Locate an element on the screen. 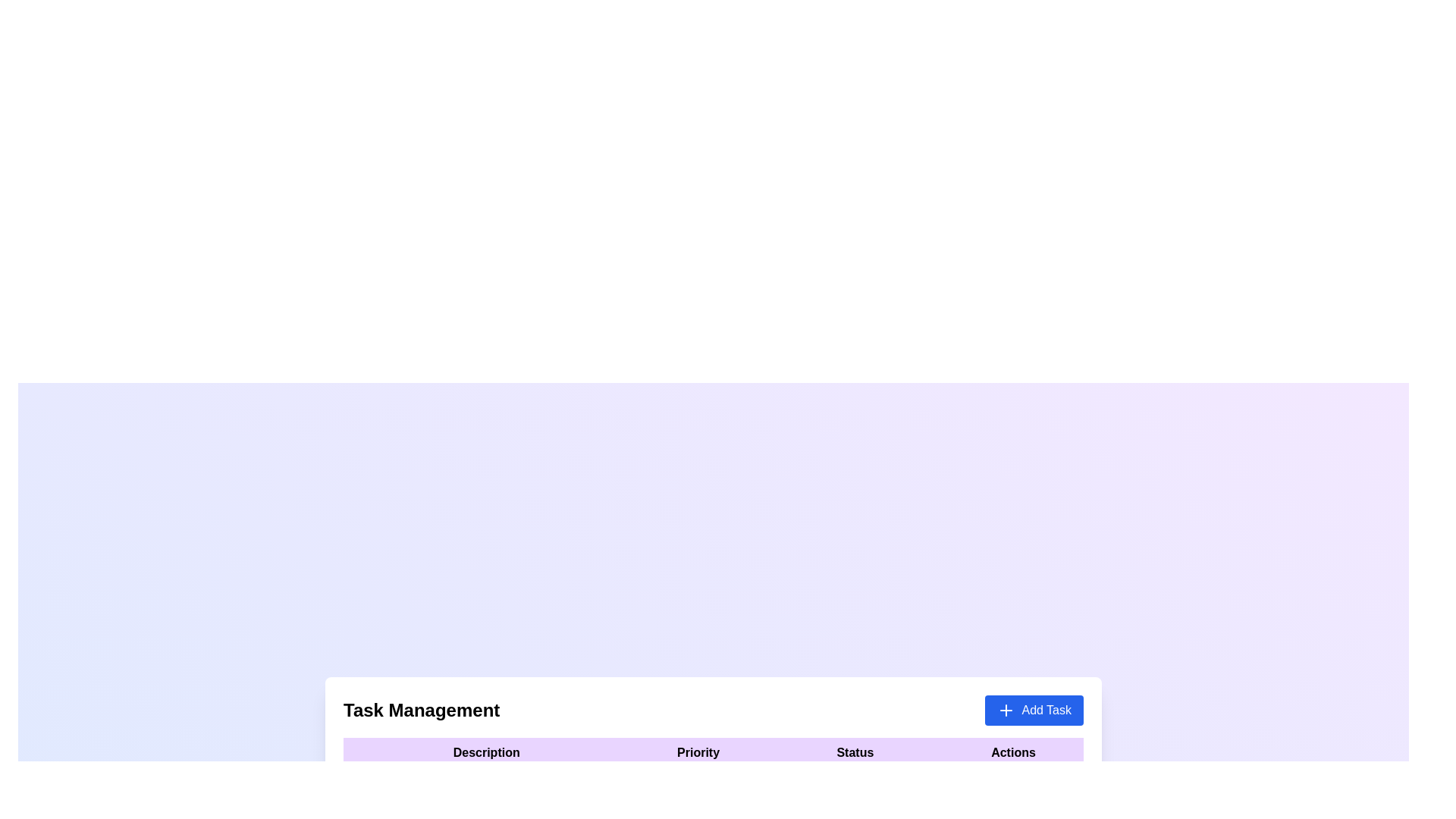  the button located at the far right of the 'Task Management' horizontal bar is located at coordinates (1034, 711).